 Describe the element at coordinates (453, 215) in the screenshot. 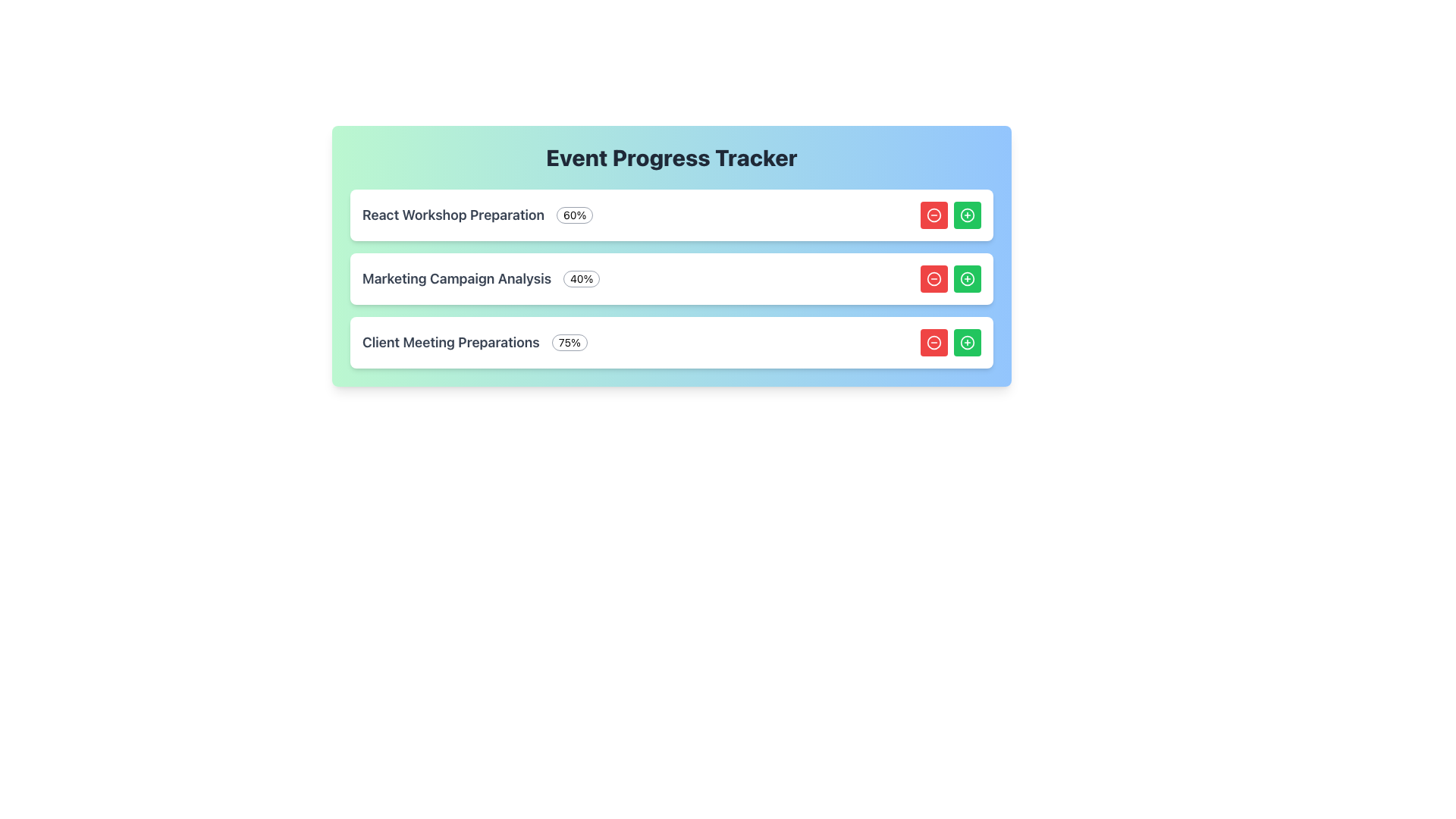

I see `text label that reads 'React Workshop Preparation', which is the first text label in a vertically stacked list of tasks, styled in bold dark gray font` at that location.